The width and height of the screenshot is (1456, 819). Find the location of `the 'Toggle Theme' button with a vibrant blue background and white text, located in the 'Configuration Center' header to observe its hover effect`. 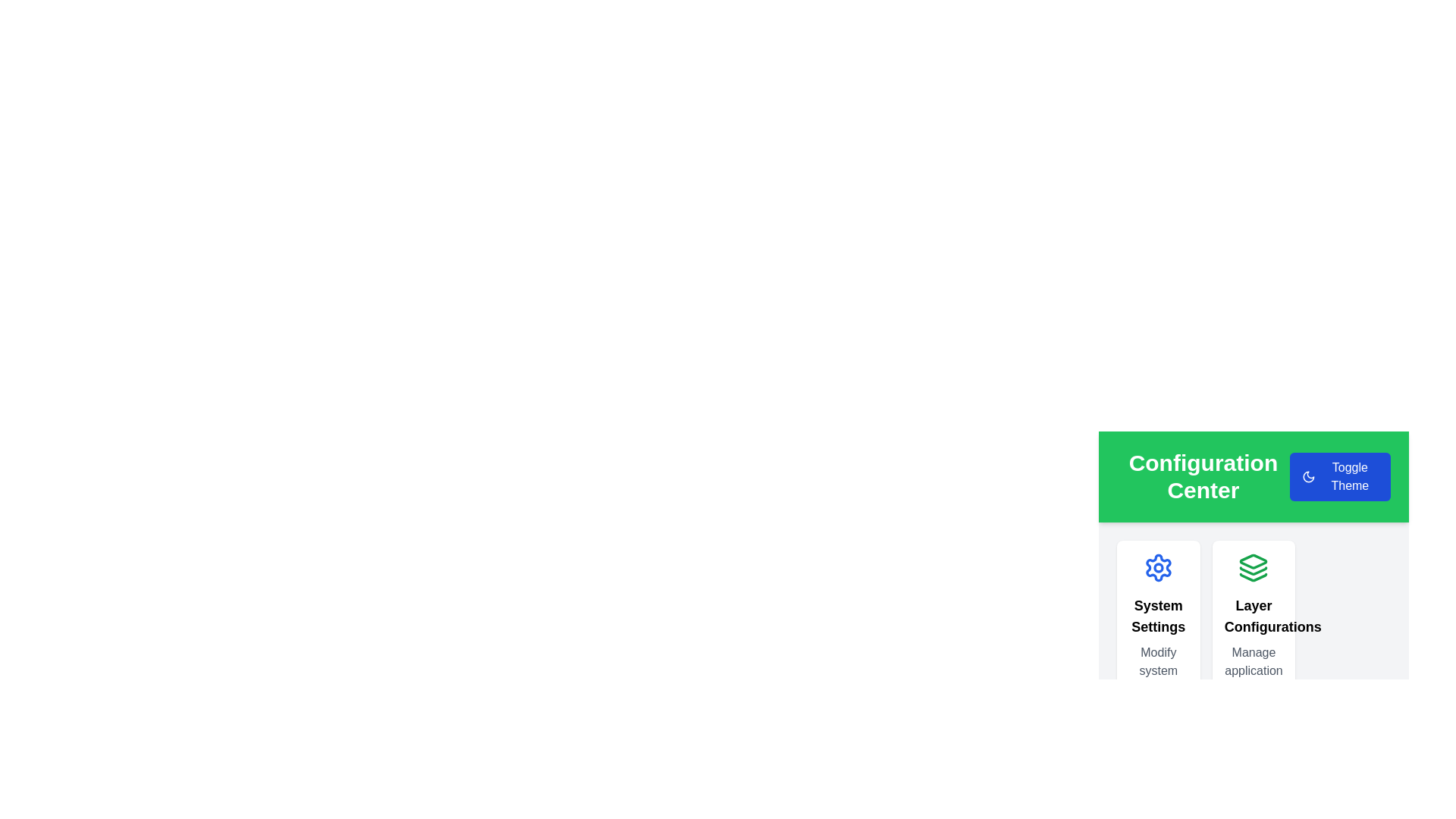

the 'Toggle Theme' button with a vibrant blue background and white text, located in the 'Configuration Center' header to observe its hover effect is located at coordinates (1340, 475).